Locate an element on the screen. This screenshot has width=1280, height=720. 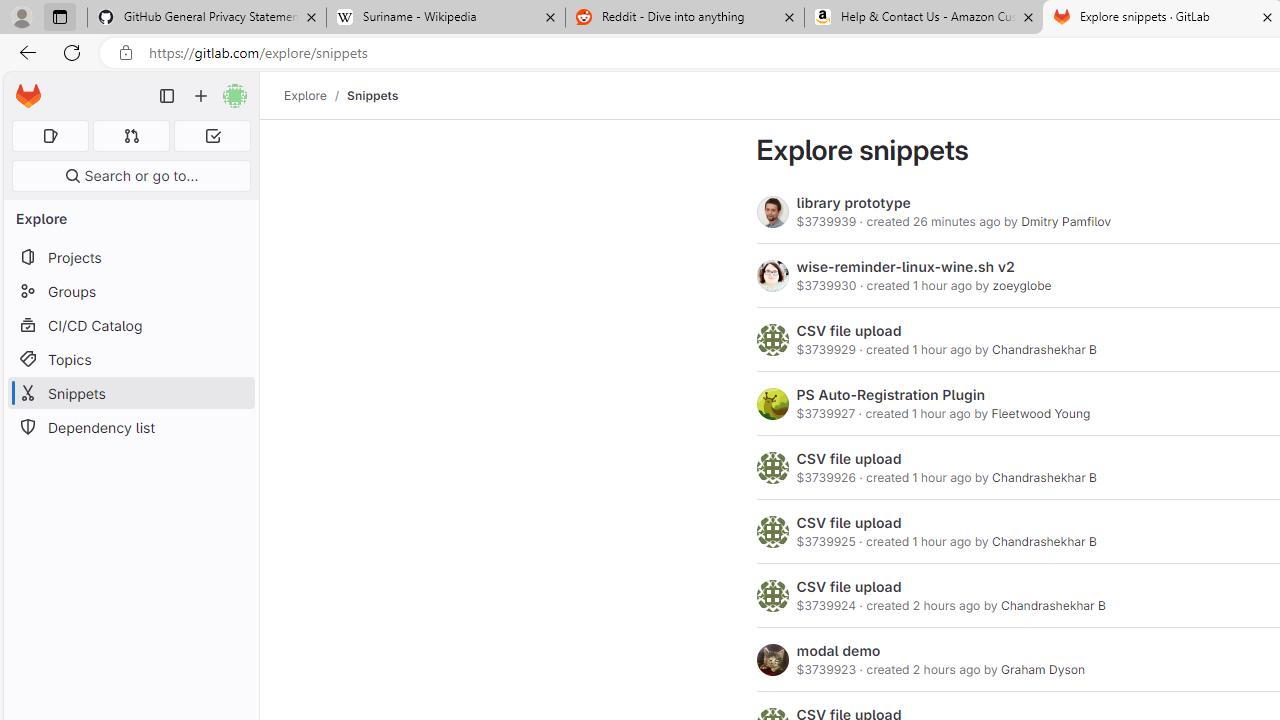
'Dependency list' is located at coordinates (130, 426).